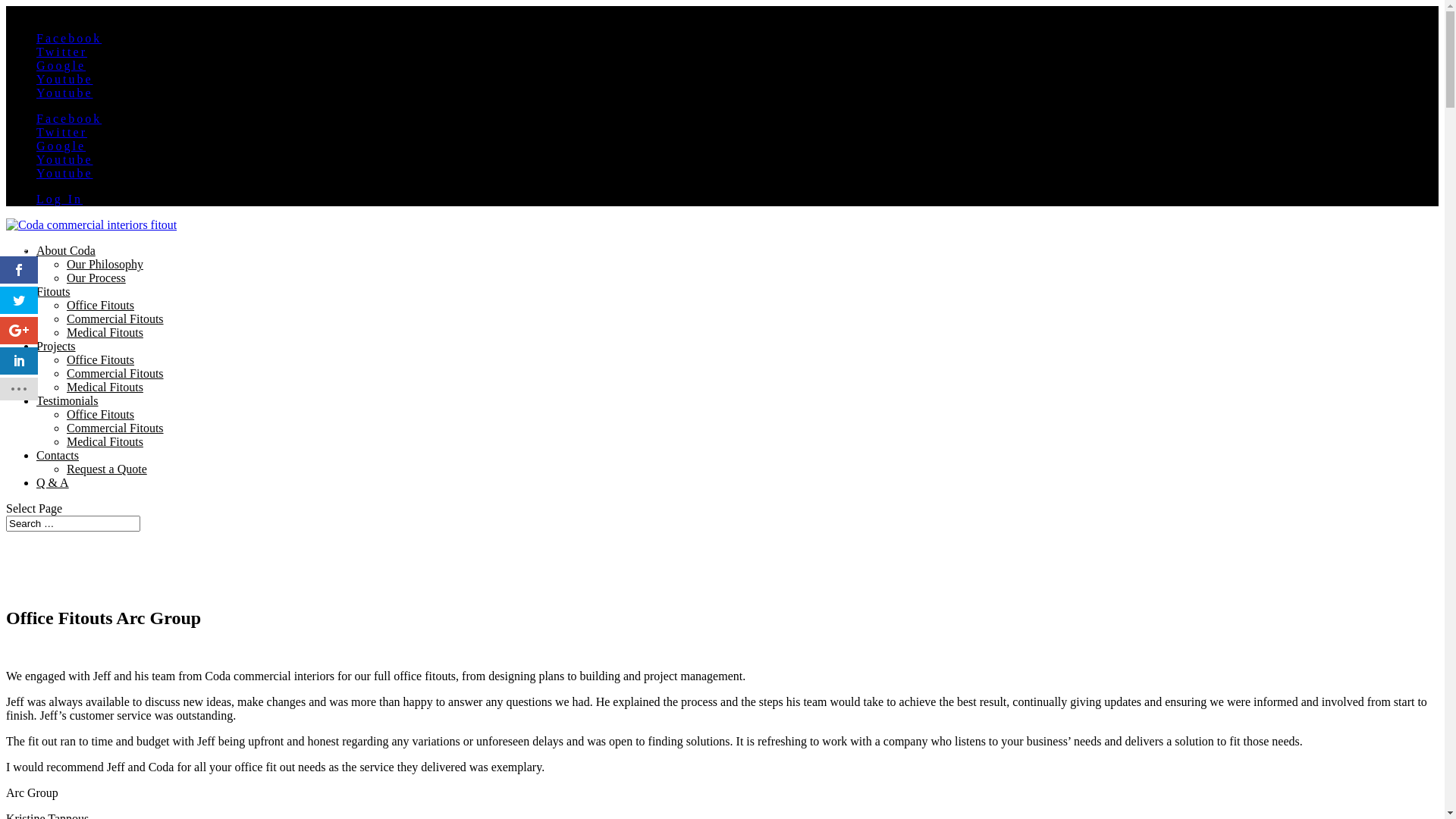 The width and height of the screenshot is (1456, 819). What do you see at coordinates (36, 79) in the screenshot?
I see `'Youtube'` at bounding box center [36, 79].